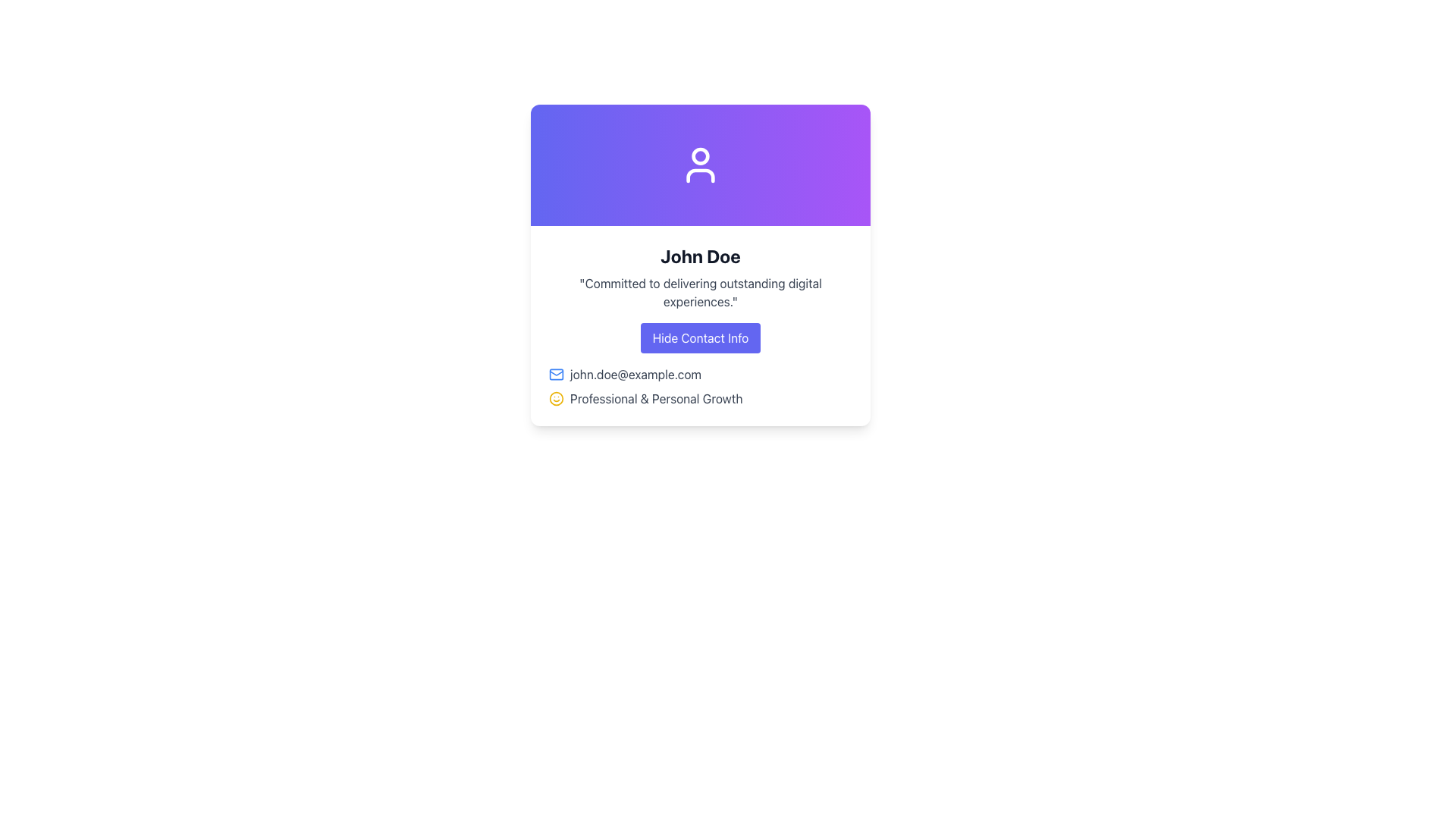  What do you see at coordinates (635, 374) in the screenshot?
I see `text label displaying the email address 'john.doe@example.com', which is styled in gray and located adjacent to an envelope icon on the user information card` at bounding box center [635, 374].